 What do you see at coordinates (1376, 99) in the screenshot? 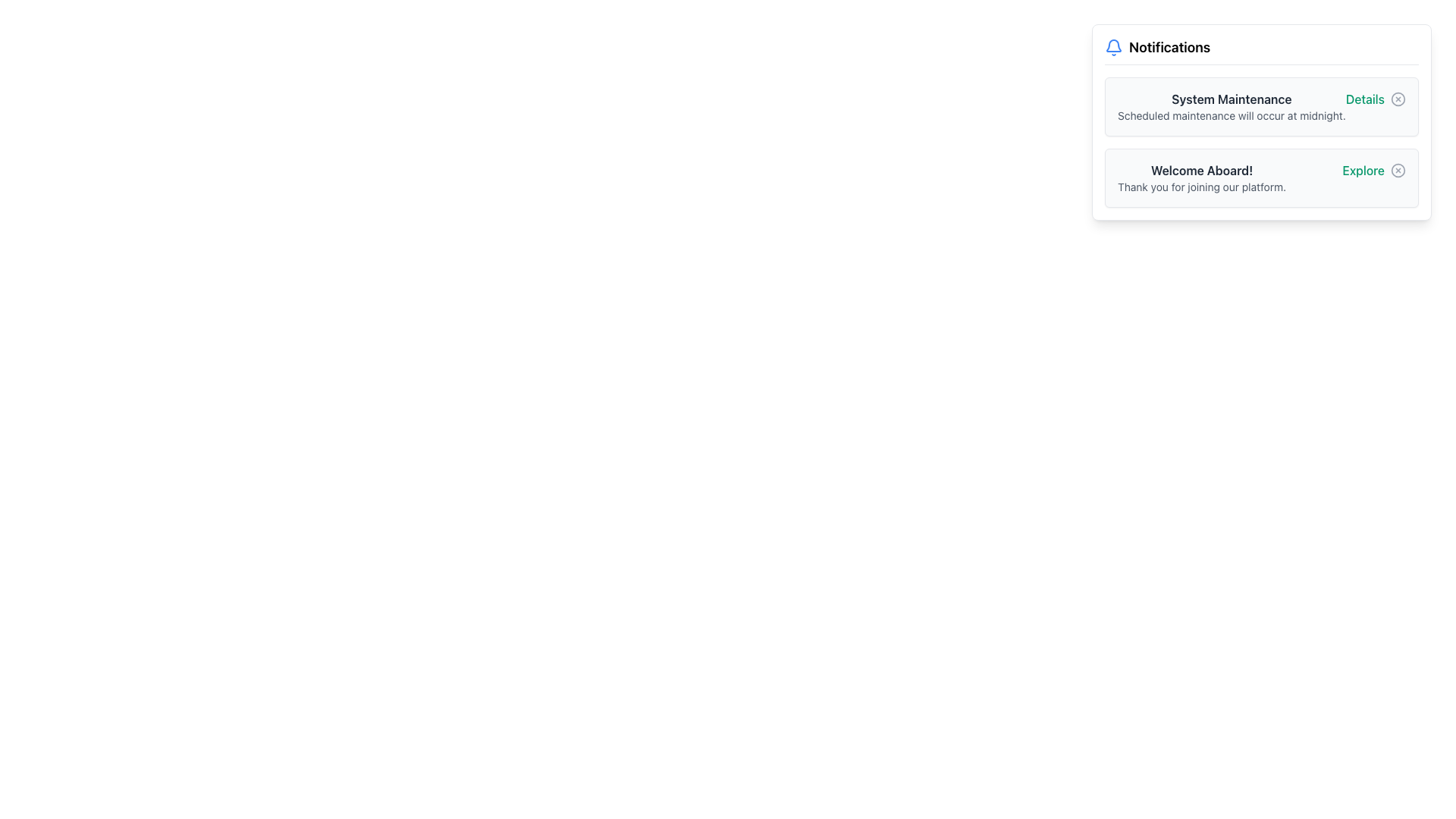
I see `the hyperlink labeled 'Details' styled in green, located next to a circular close icon` at bounding box center [1376, 99].